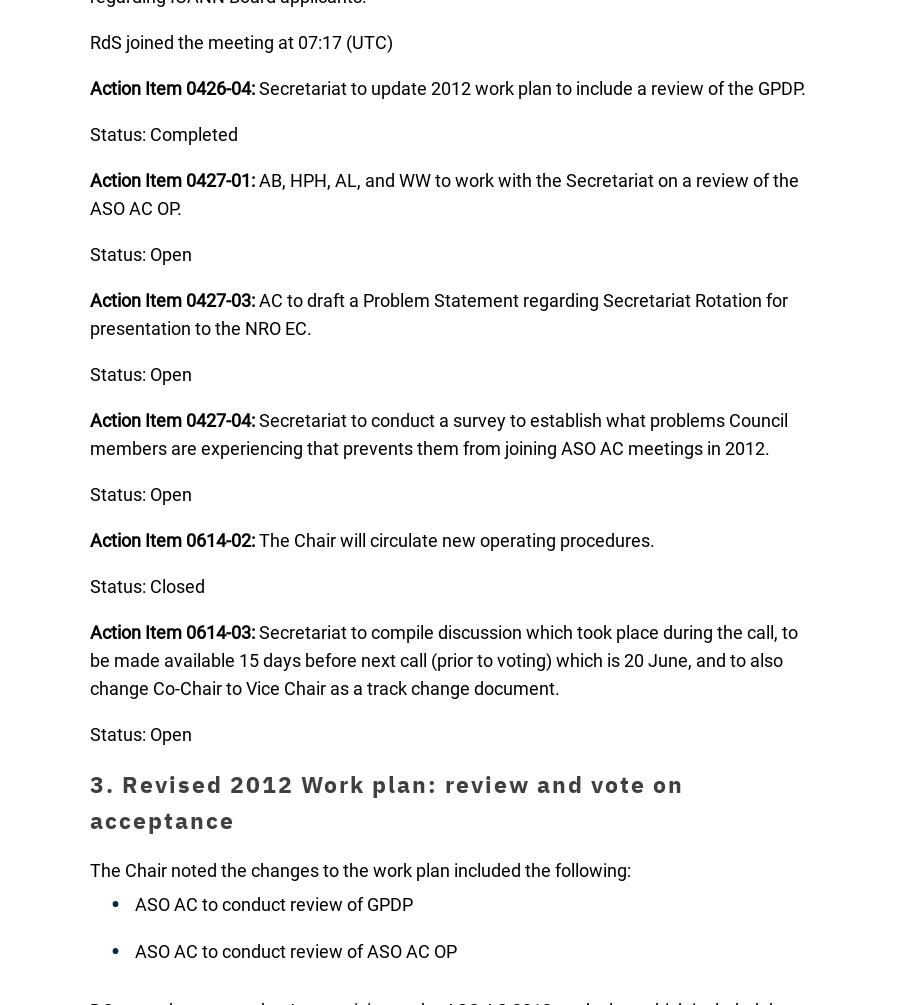 This screenshot has width=915, height=1005. I want to click on 'The Chair will circulate new operating procedures.', so click(254, 539).